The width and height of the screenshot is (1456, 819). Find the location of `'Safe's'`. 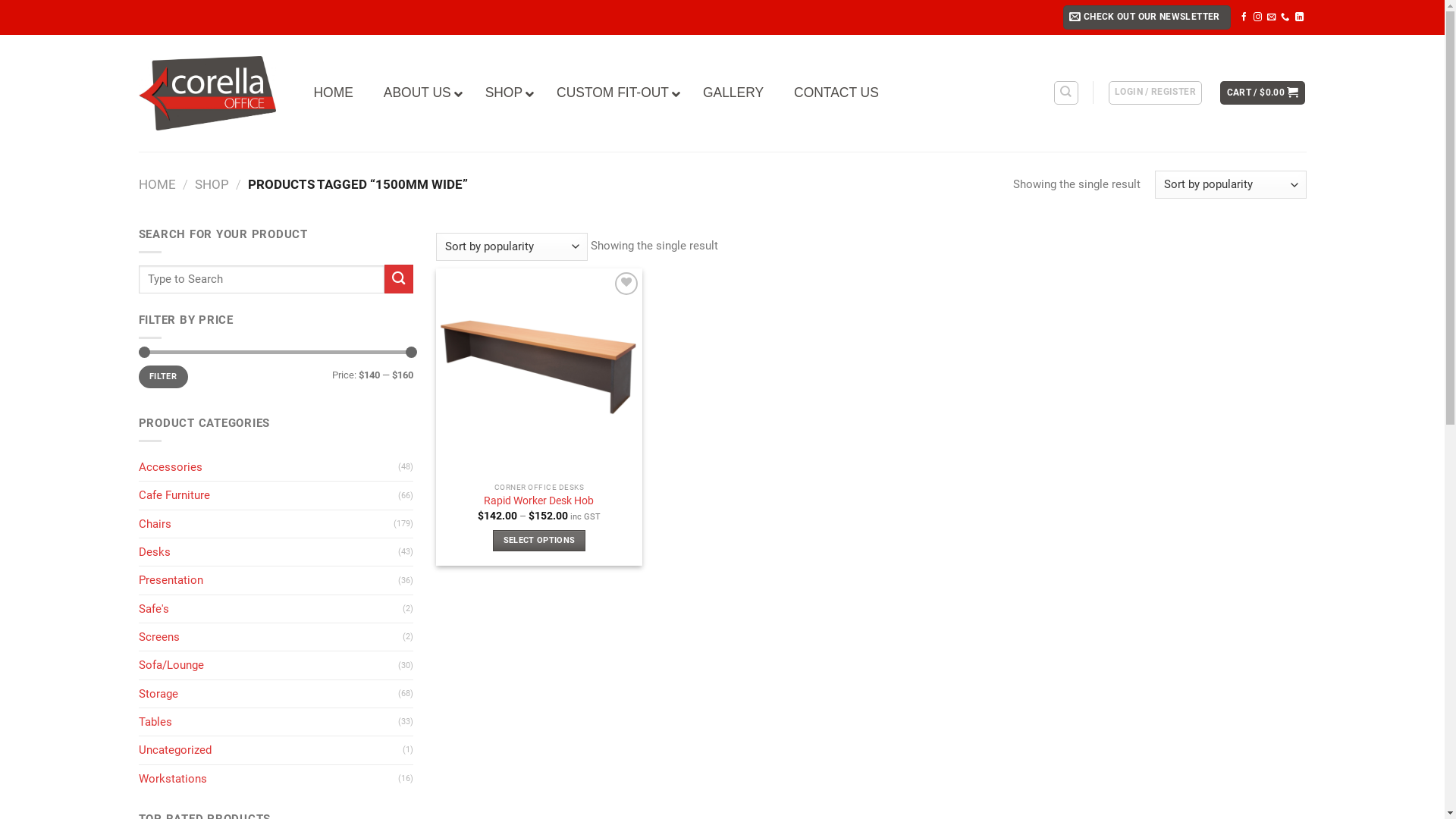

'Safe's' is located at coordinates (270, 607).